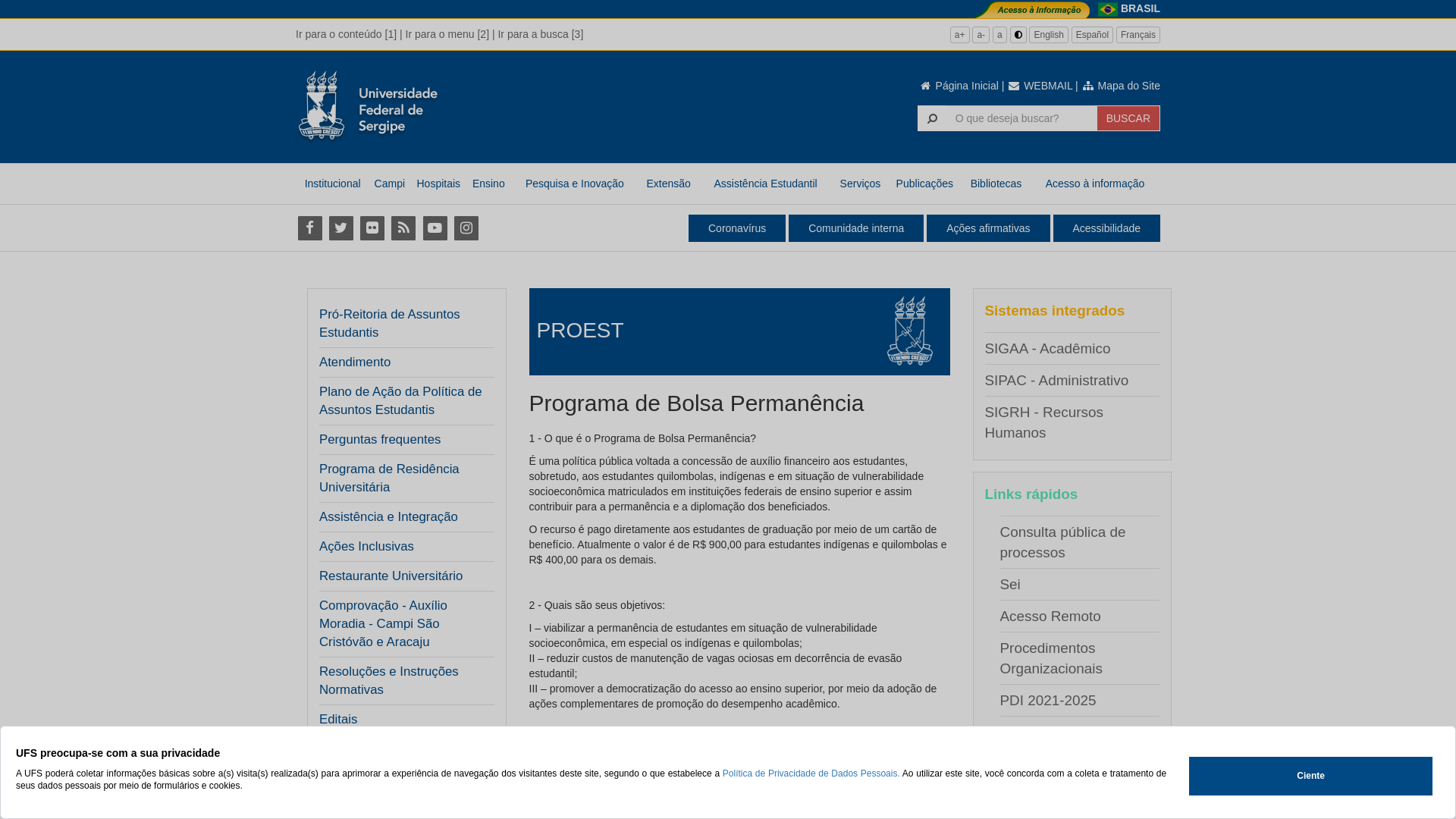 The height and width of the screenshot is (819, 1456). Describe the element at coordinates (1007, 85) in the screenshot. I see `'WEBMAIL'` at that location.